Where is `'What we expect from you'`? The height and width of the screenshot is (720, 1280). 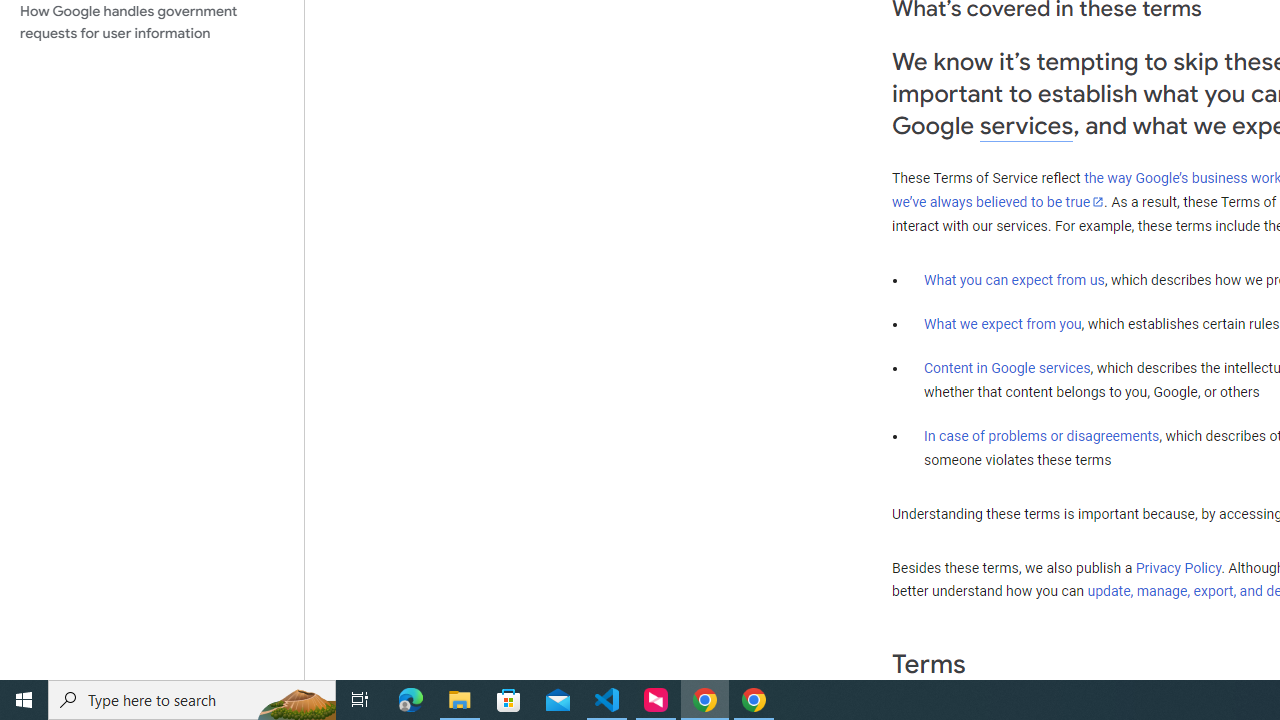 'What we expect from you' is located at coordinates (1002, 323).